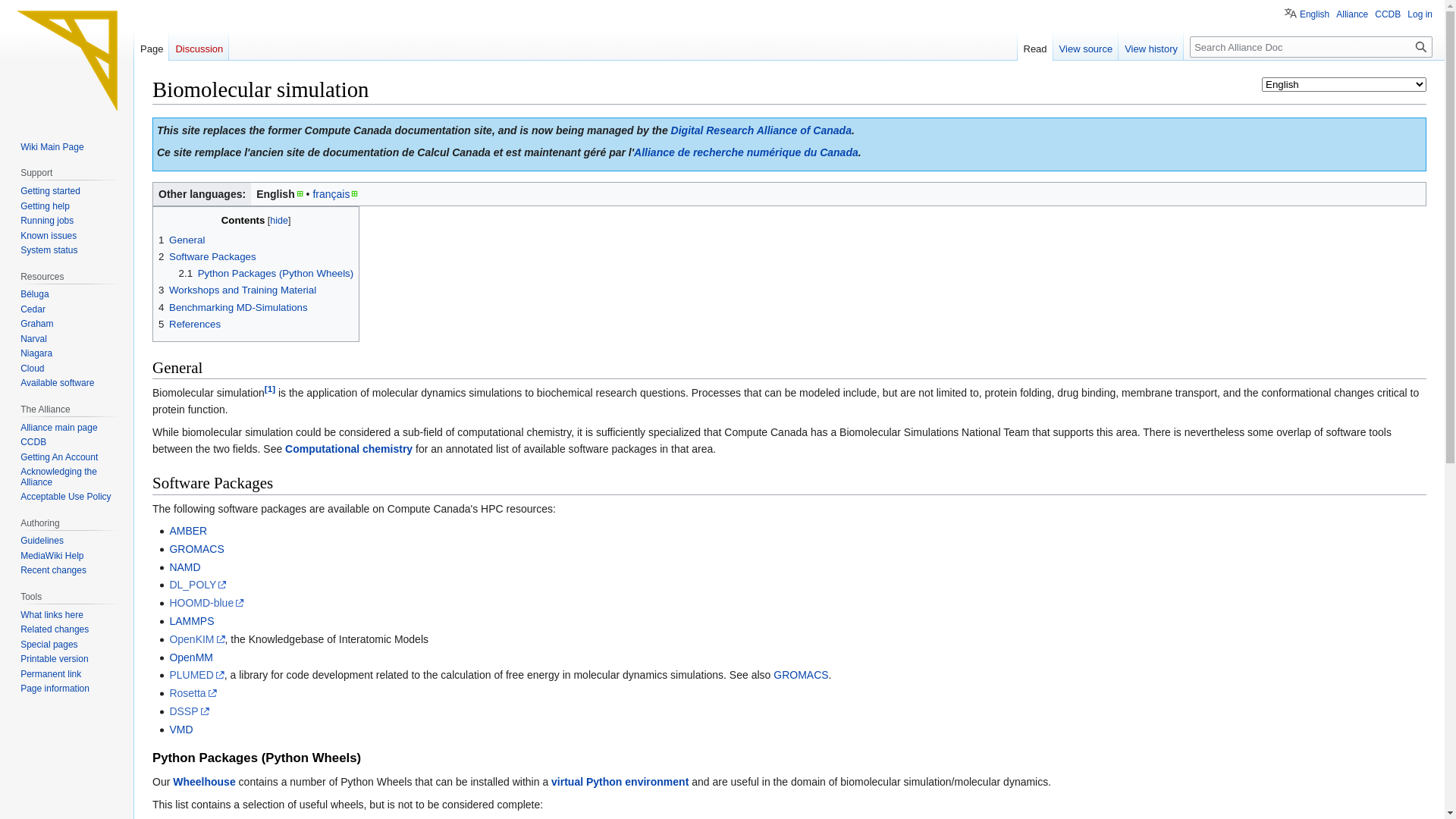 This screenshot has width=1456, height=819. Describe the element at coordinates (196, 549) in the screenshot. I see `'GROMACS'` at that location.